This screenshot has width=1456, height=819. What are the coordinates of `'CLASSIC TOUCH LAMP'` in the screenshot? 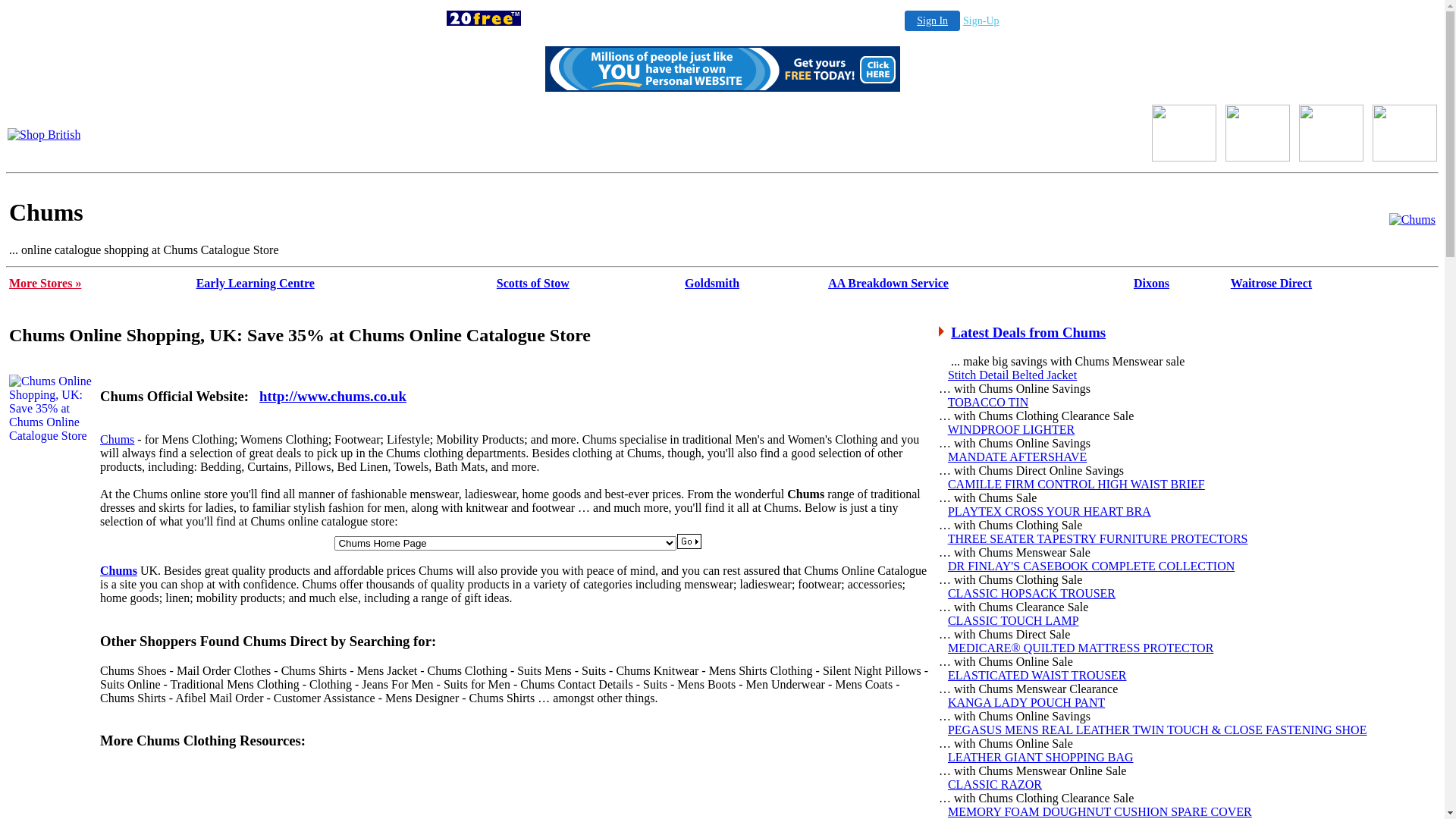 It's located at (1013, 620).